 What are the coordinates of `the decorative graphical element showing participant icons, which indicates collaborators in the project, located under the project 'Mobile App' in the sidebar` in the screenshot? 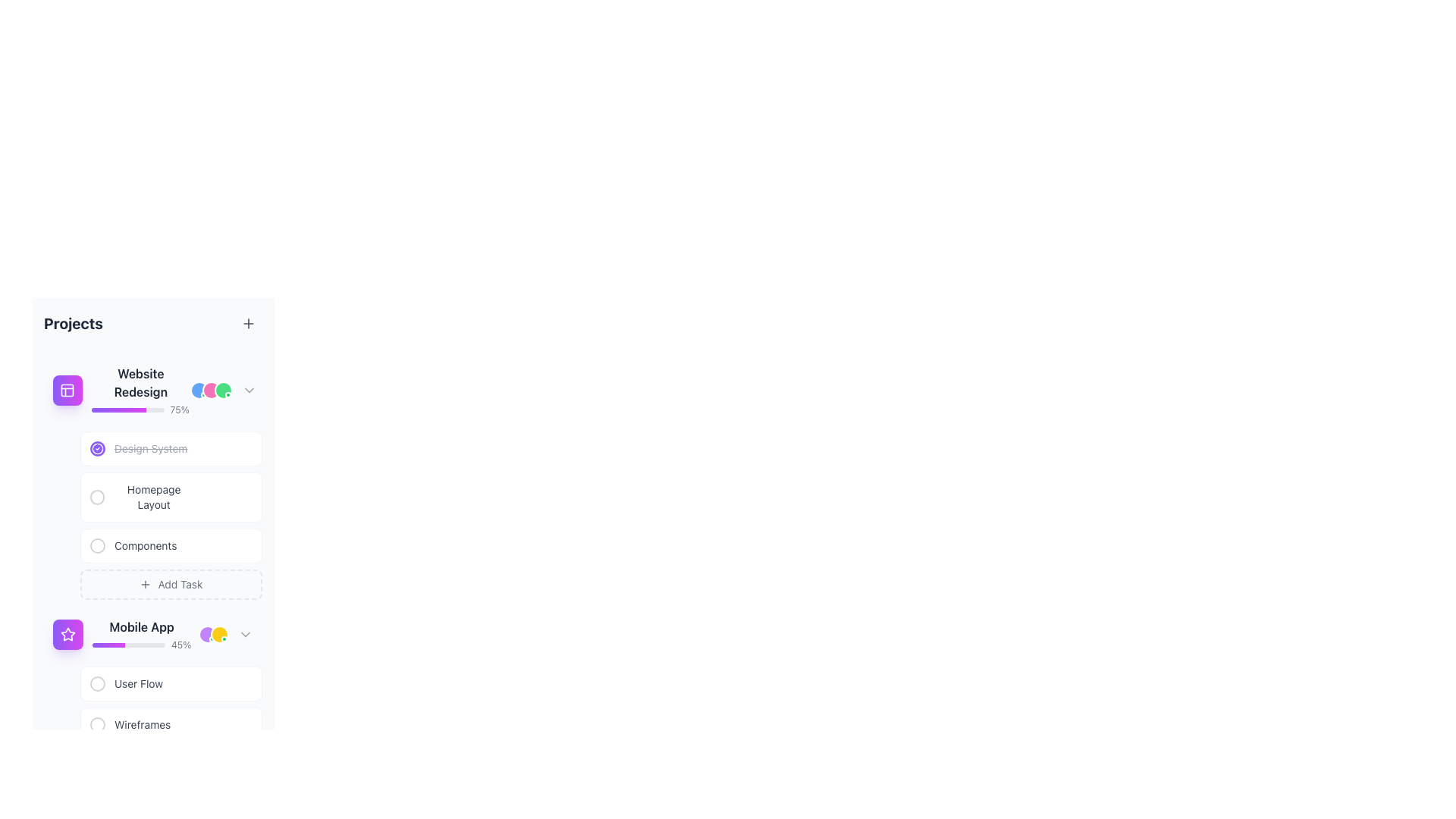 It's located at (213, 635).